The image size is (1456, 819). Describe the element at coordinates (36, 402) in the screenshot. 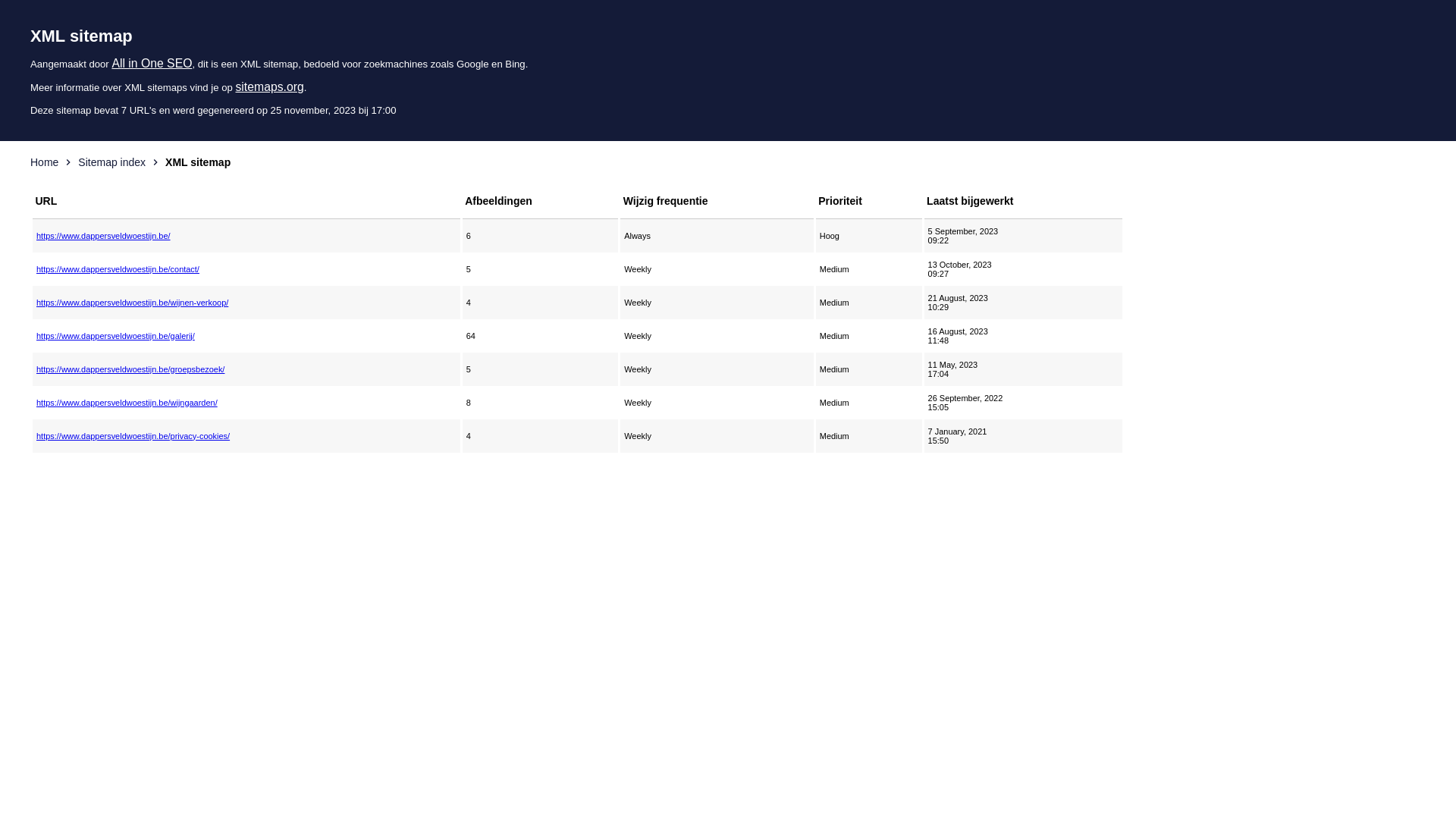

I see `'https://www.dappersveldwoestijn.be/wijngaarden/'` at that location.